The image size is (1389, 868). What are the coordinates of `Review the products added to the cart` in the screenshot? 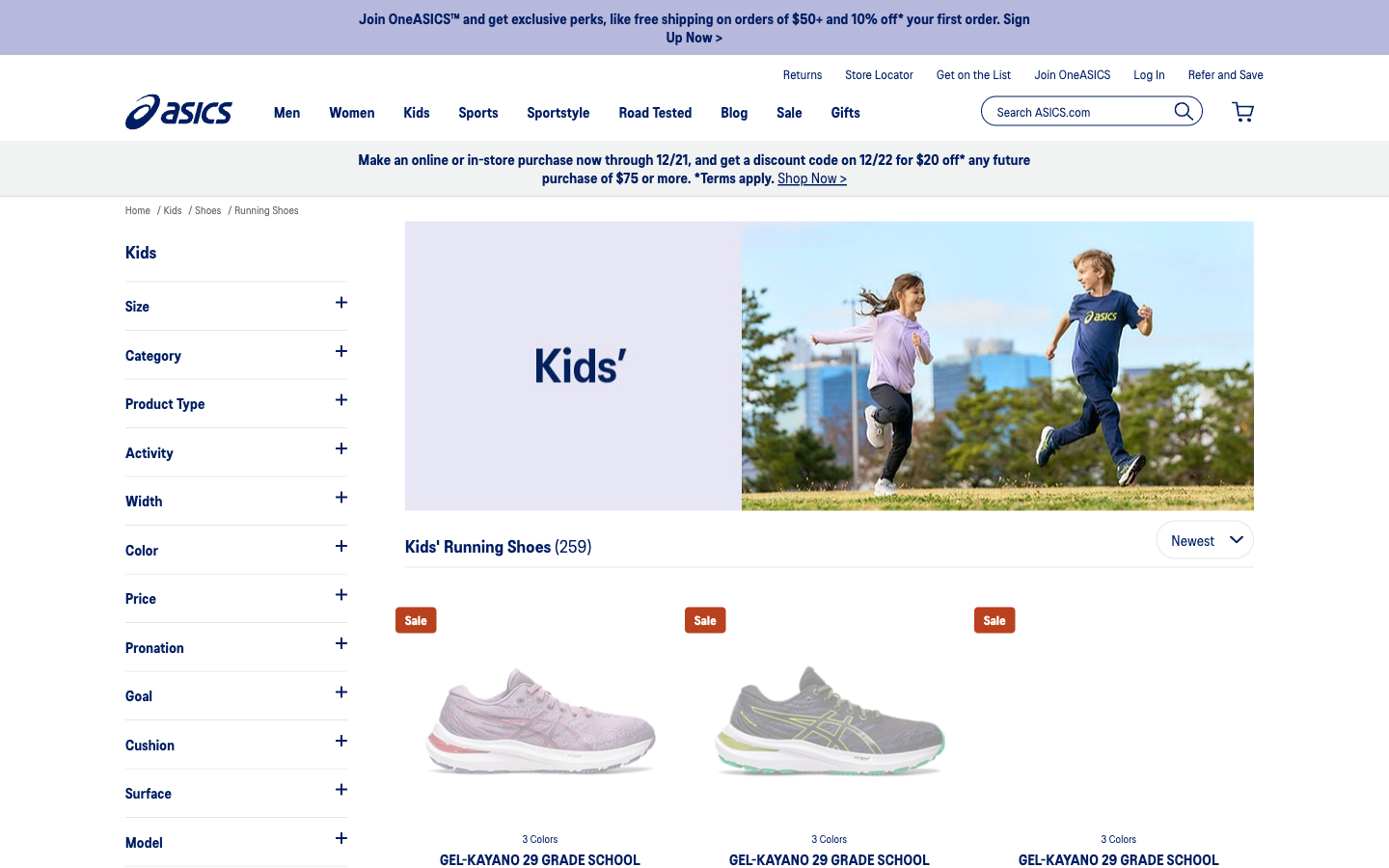 It's located at (1242, 112).